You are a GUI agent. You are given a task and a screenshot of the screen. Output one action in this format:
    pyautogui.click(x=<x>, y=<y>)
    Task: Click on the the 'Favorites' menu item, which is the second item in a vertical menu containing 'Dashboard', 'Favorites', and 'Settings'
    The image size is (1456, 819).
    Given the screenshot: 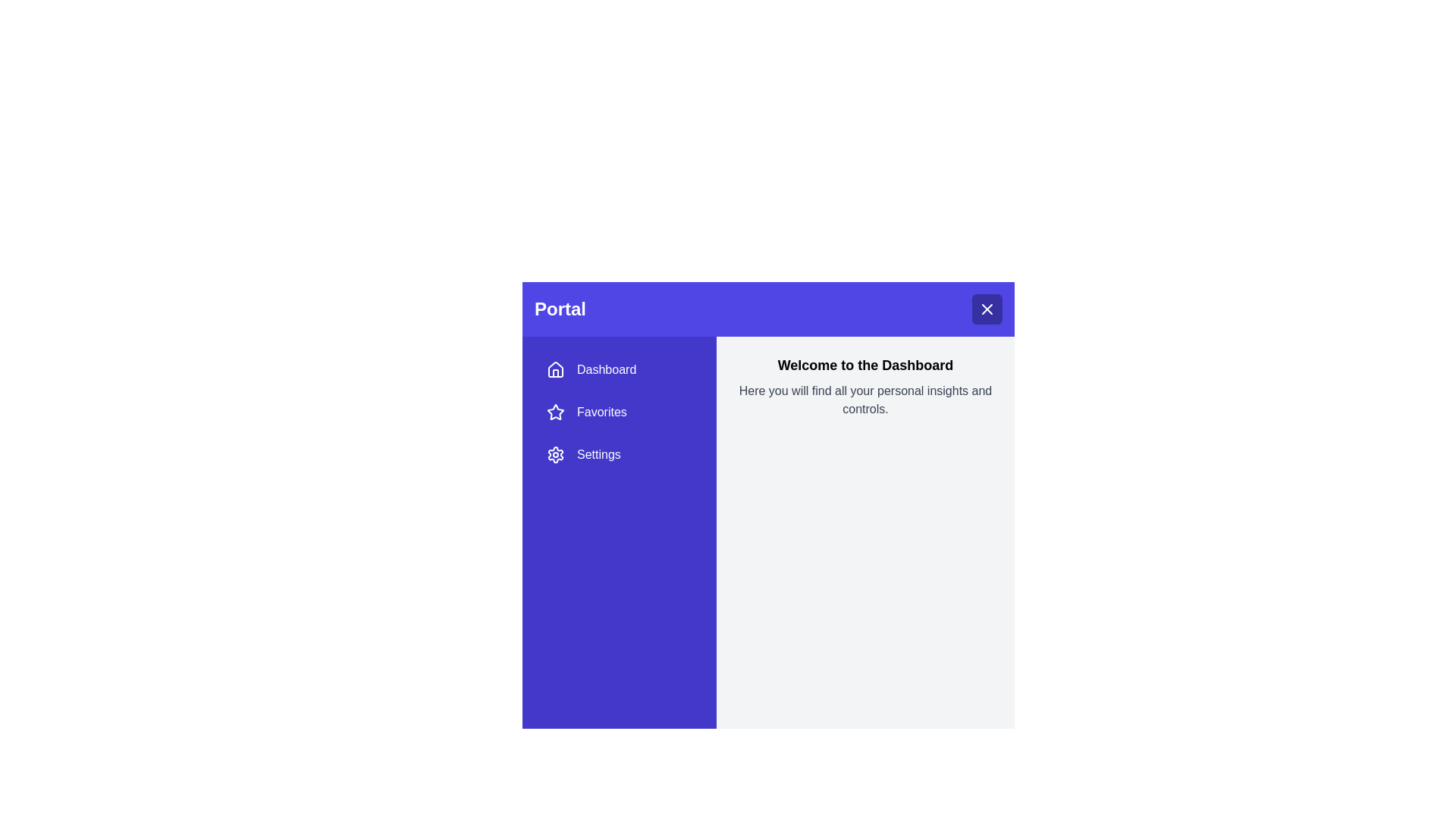 What is the action you would take?
    pyautogui.click(x=619, y=412)
    